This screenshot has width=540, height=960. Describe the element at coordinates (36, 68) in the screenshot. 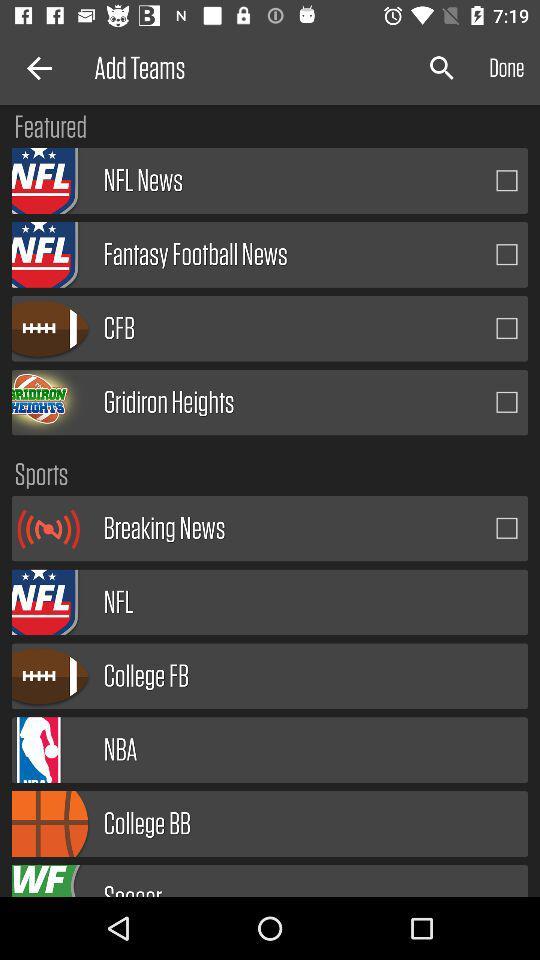

I see `icon to the left of the add teams` at that location.